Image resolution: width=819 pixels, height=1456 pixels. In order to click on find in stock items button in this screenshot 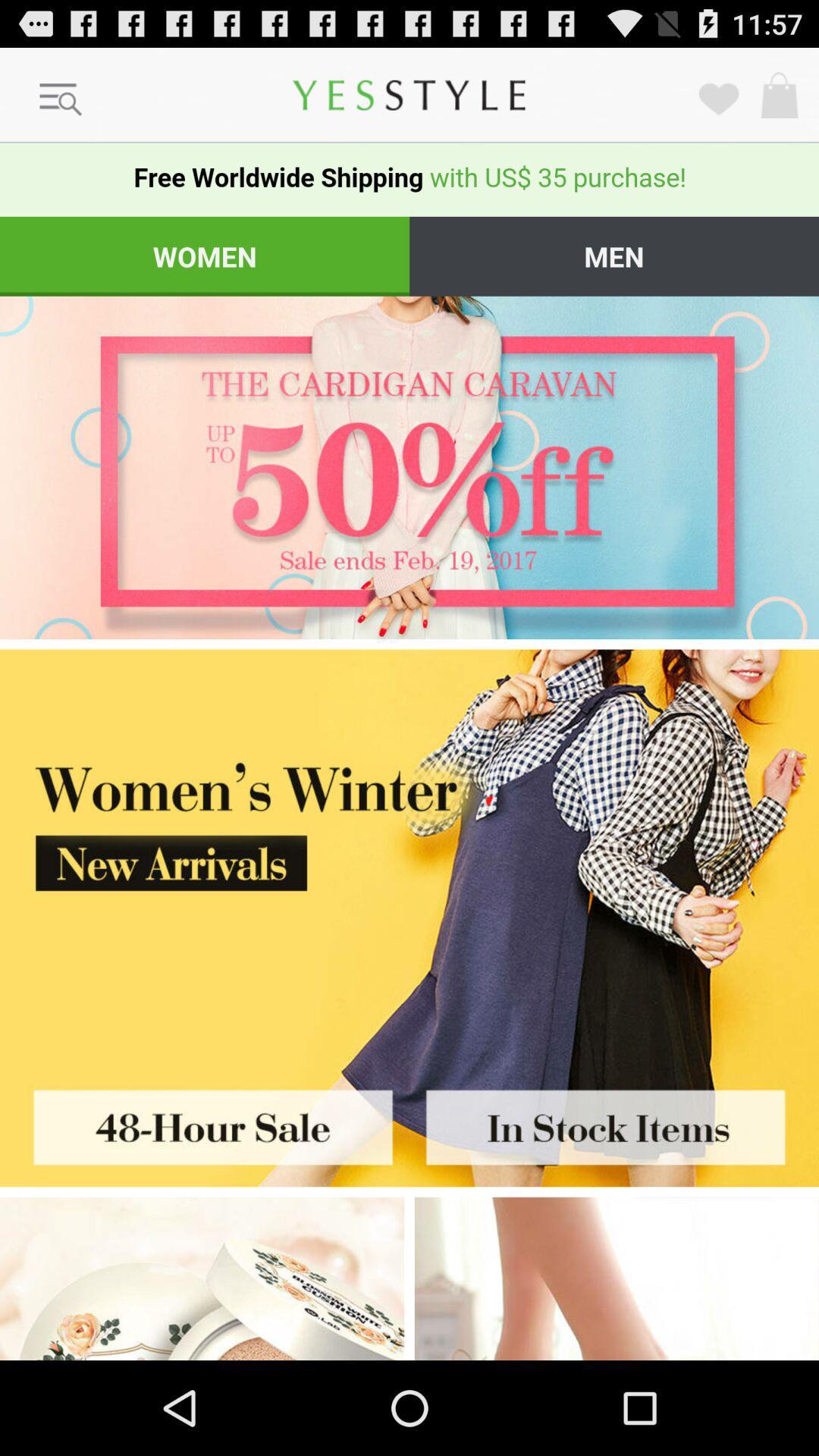, I will do `click(614, 1122)`.